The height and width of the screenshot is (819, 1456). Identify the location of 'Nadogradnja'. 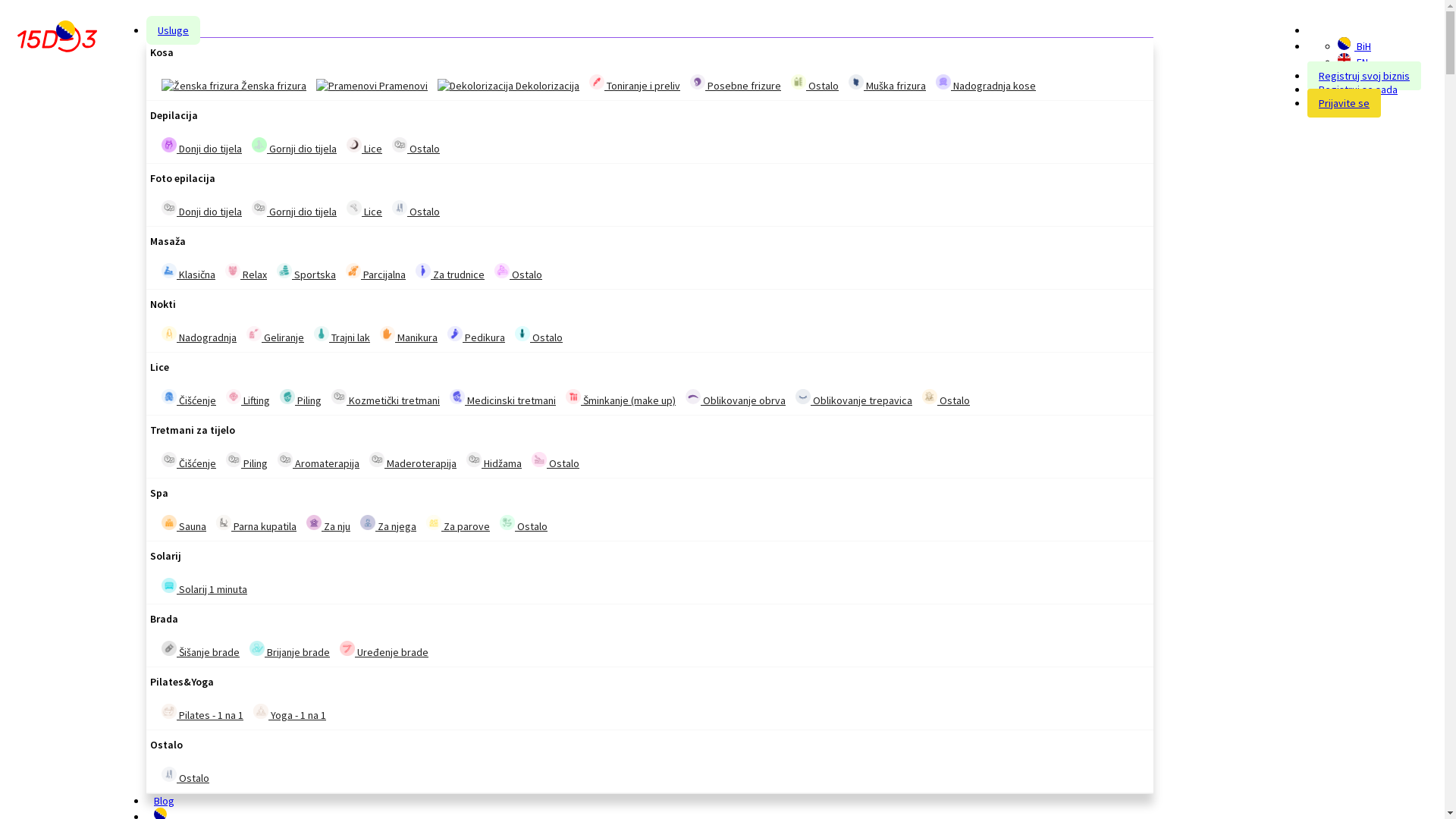
(168, 332).